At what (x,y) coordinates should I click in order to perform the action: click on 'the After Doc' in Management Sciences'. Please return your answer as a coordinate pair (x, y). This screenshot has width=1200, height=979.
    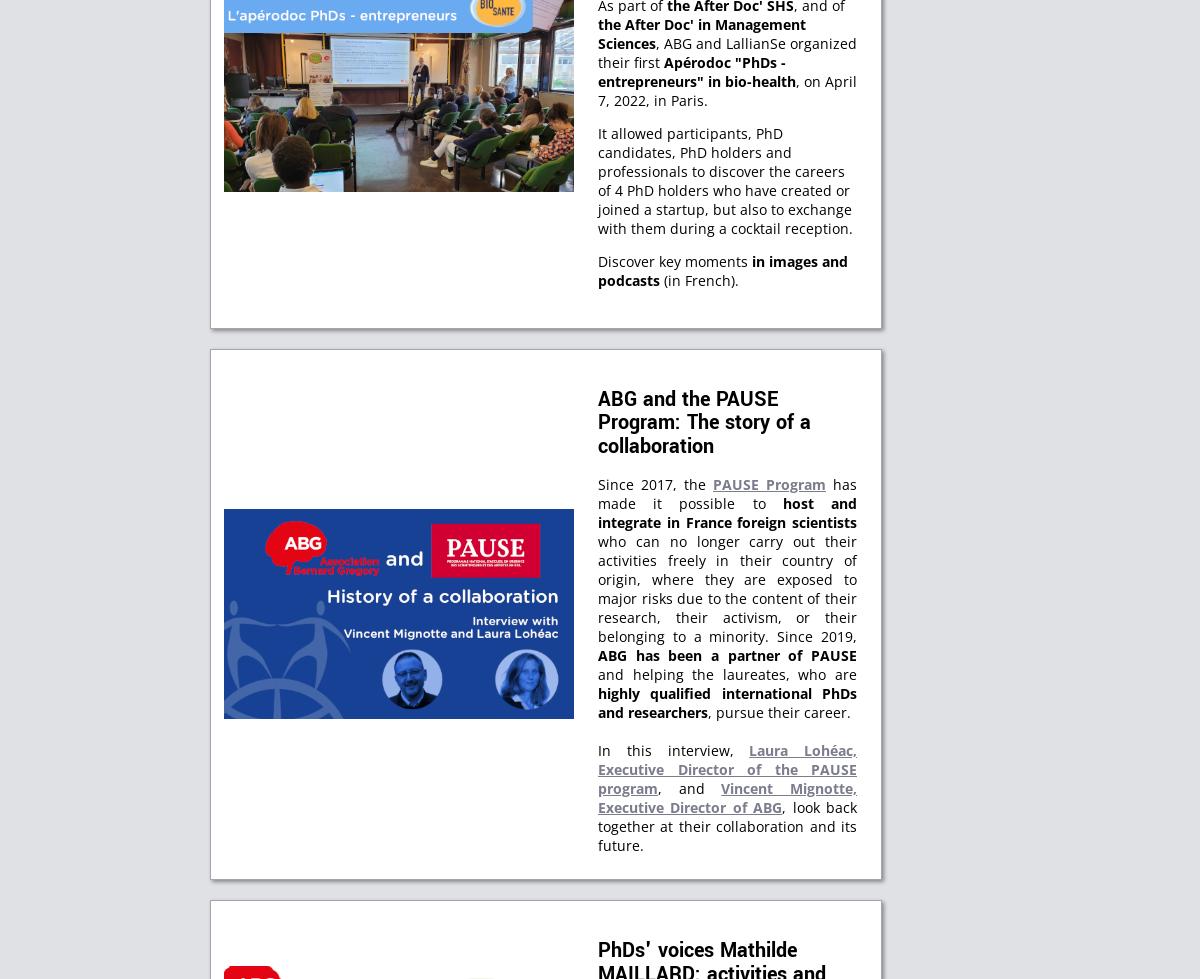
    Looking at the image, I should click on (596, 32).